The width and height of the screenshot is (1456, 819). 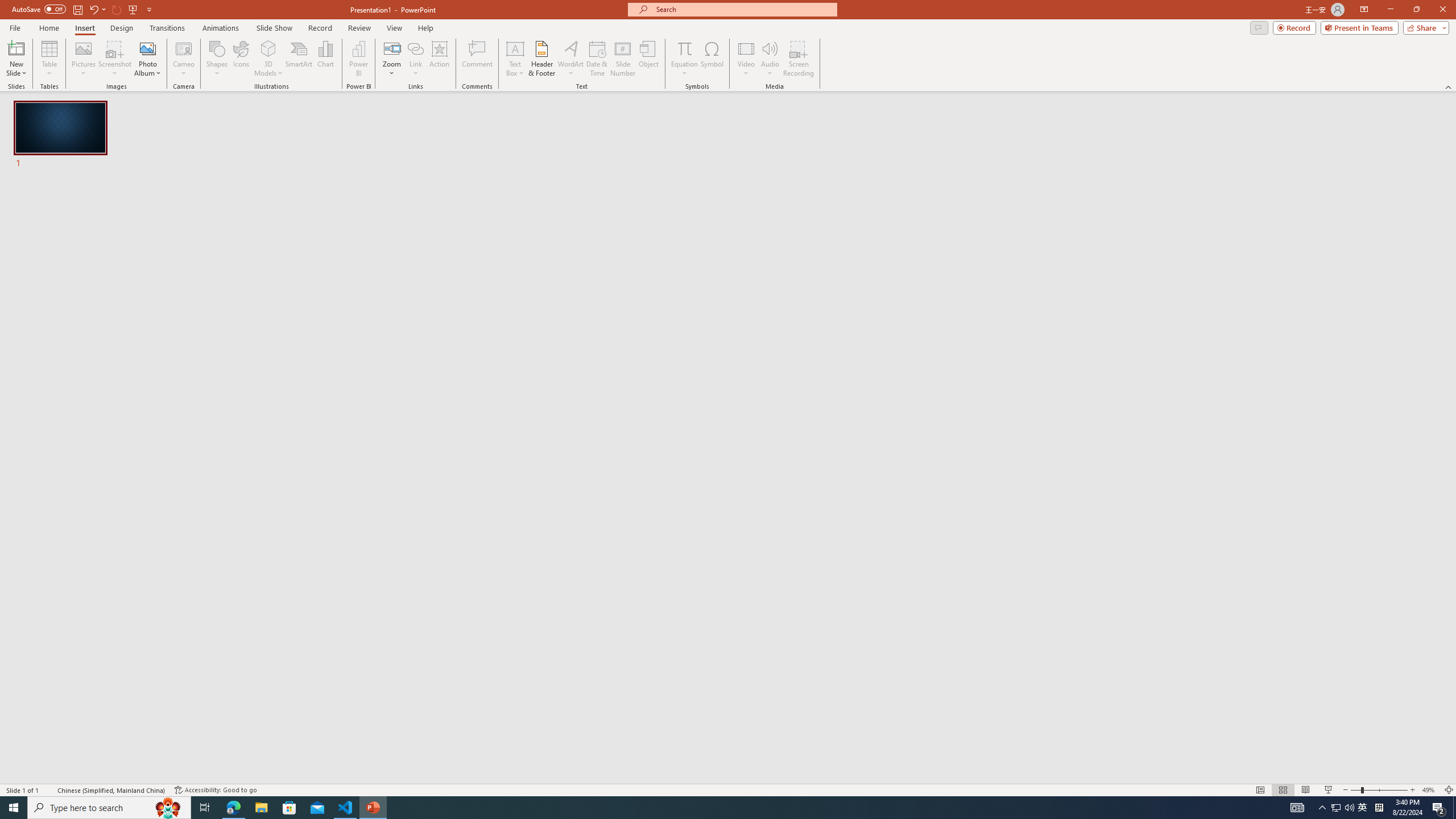 I want to click on 'Pictures', so click(x=83, y=59).